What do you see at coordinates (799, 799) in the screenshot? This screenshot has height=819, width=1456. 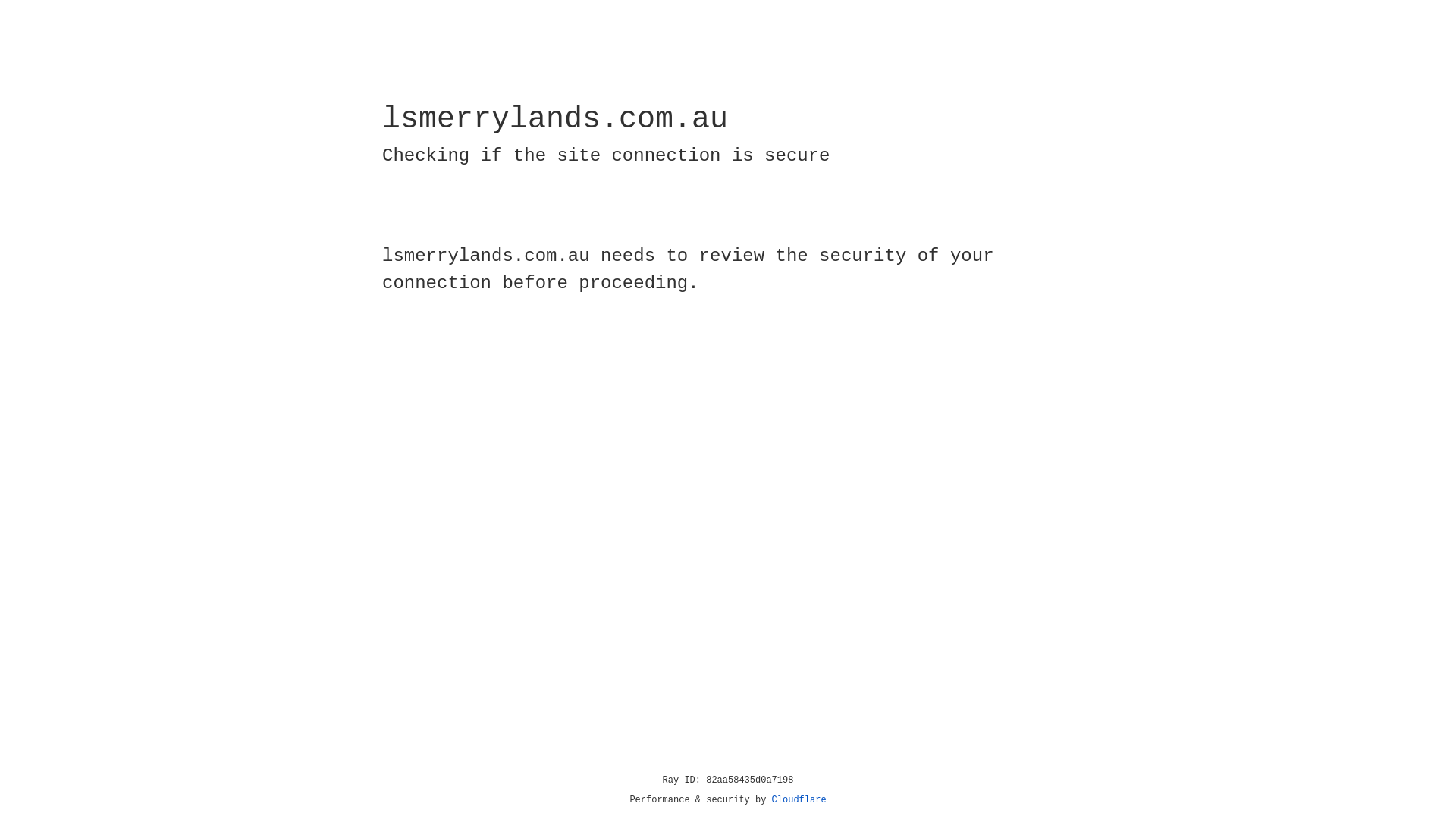 I see `'Cloudflare'` at bounding box center [799, 799].